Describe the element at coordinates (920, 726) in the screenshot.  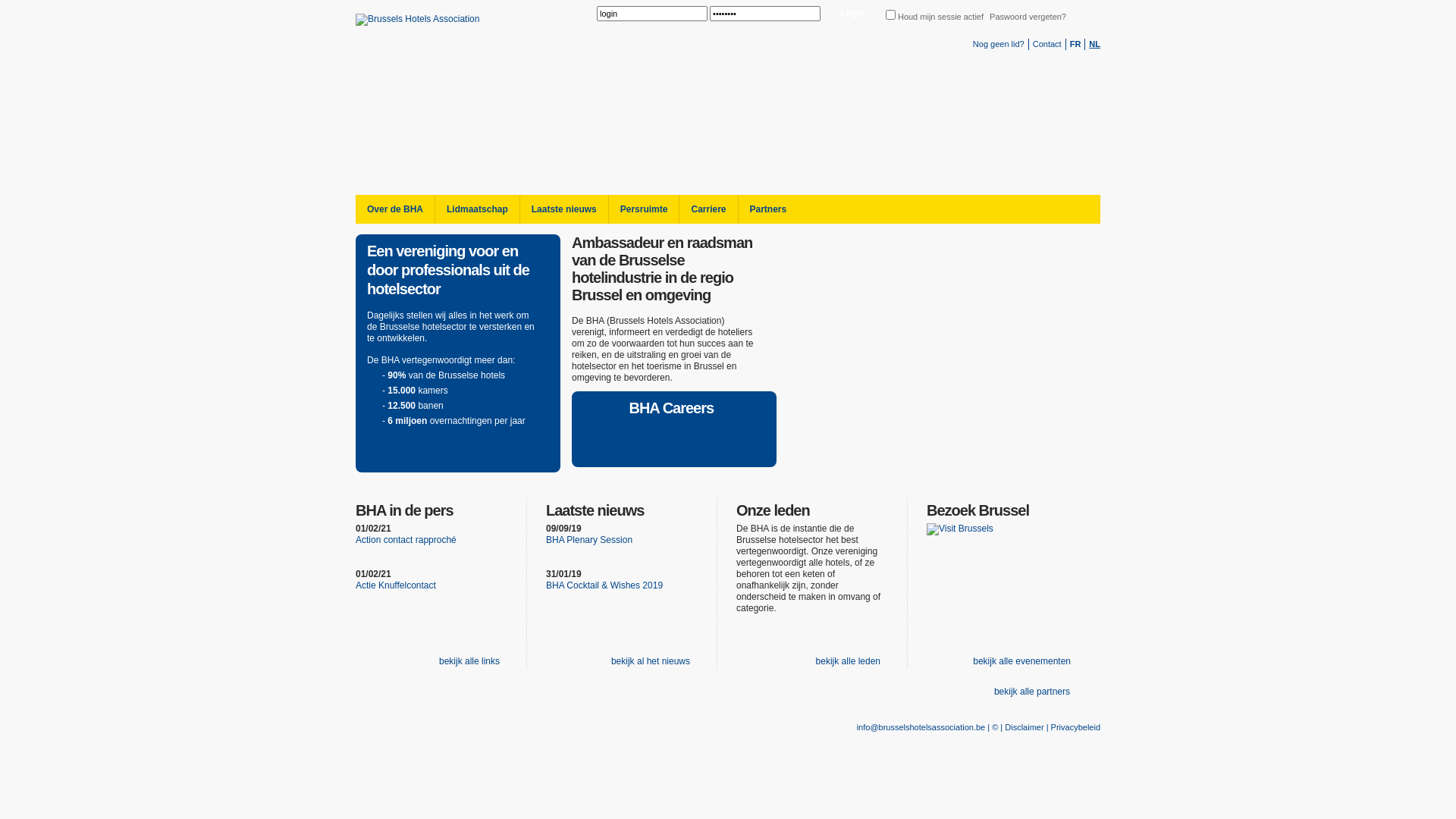
I see `'info@brusselshotelsassociation.be'` at that location.